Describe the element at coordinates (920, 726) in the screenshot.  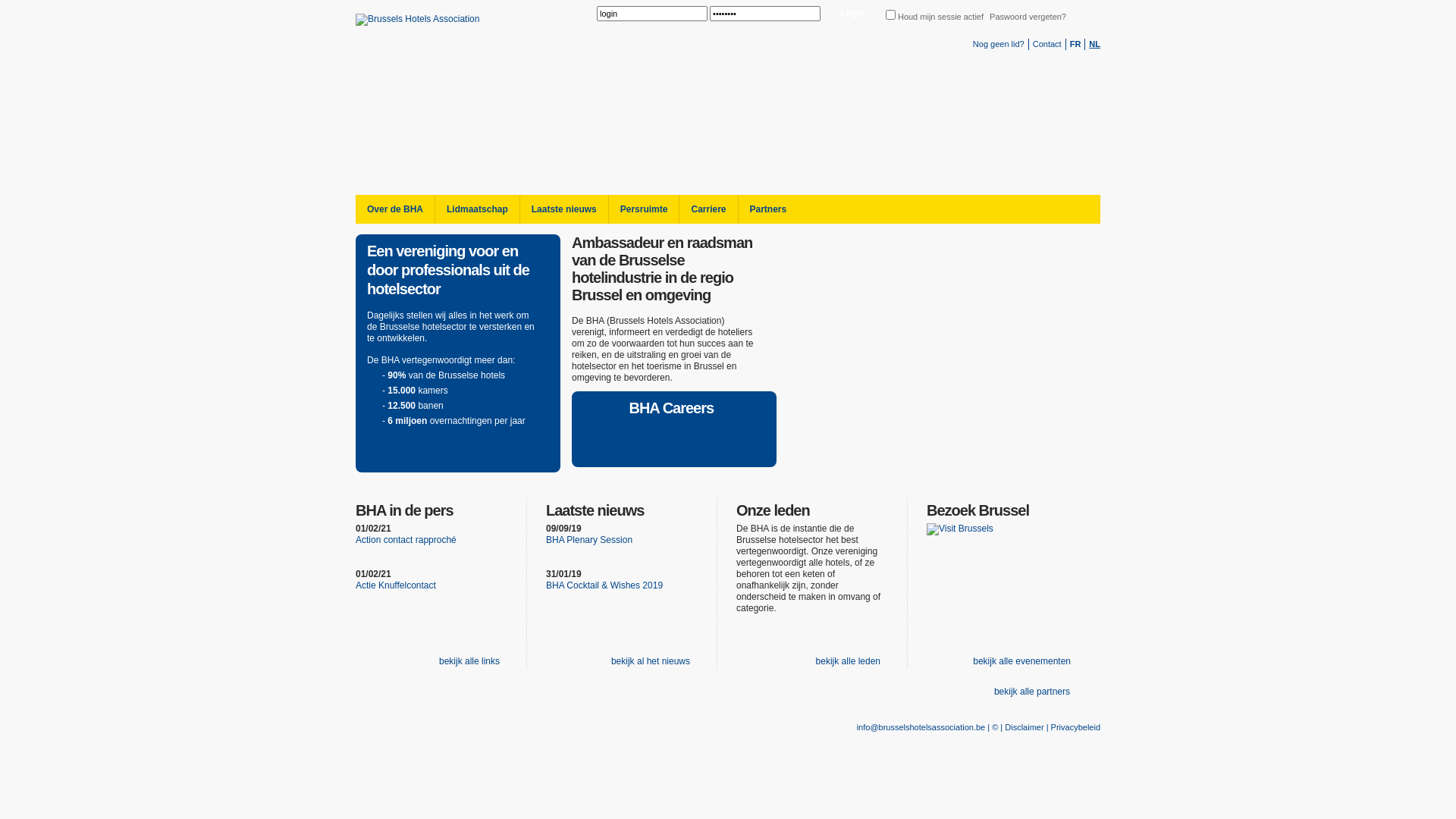
I see `'info@brusselshotelsassociation.be'` at that location.